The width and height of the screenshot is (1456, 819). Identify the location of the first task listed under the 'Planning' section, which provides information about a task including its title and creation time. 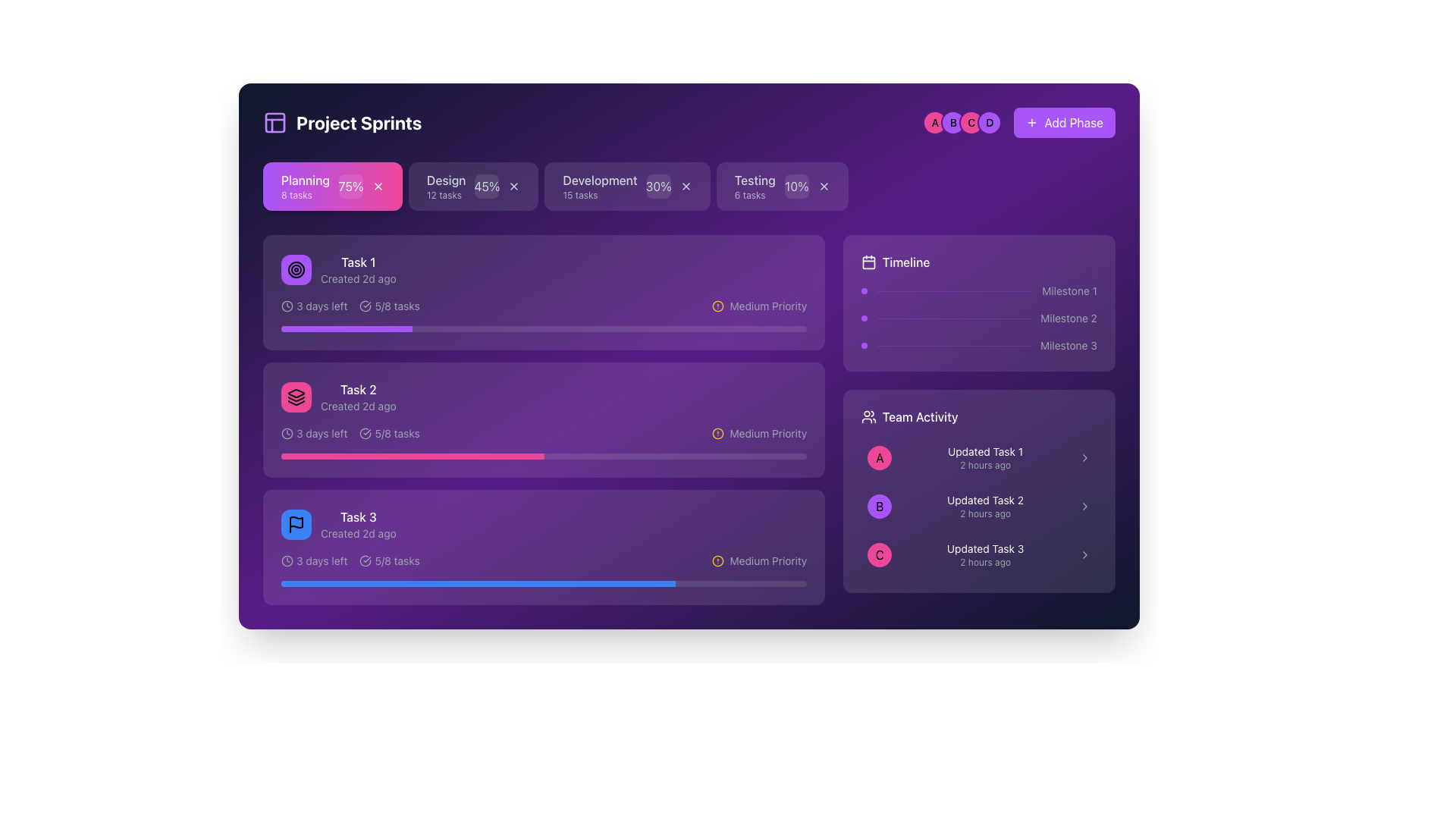
(337, 268).